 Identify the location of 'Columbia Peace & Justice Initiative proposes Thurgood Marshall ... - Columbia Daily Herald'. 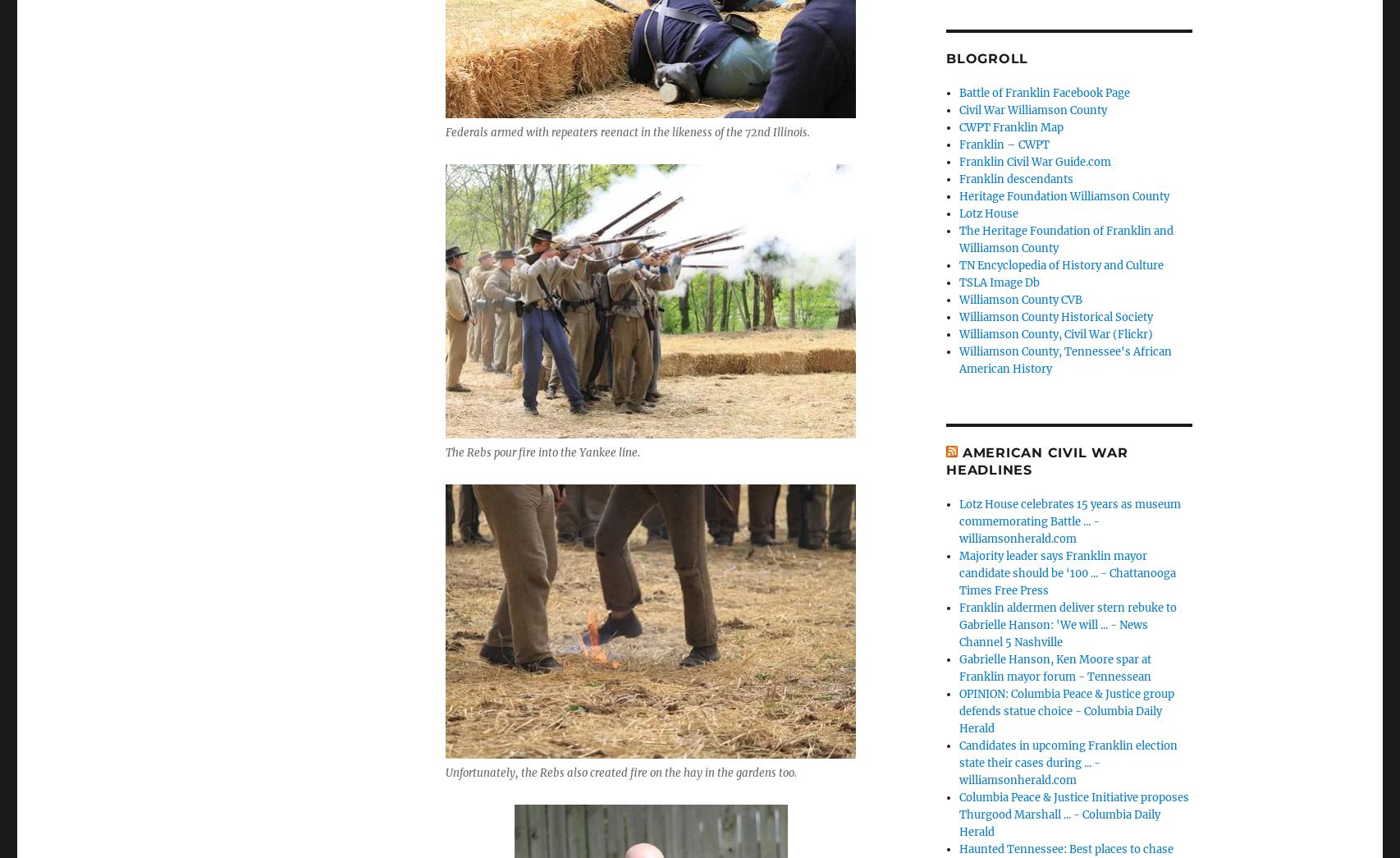
(1073, 814).